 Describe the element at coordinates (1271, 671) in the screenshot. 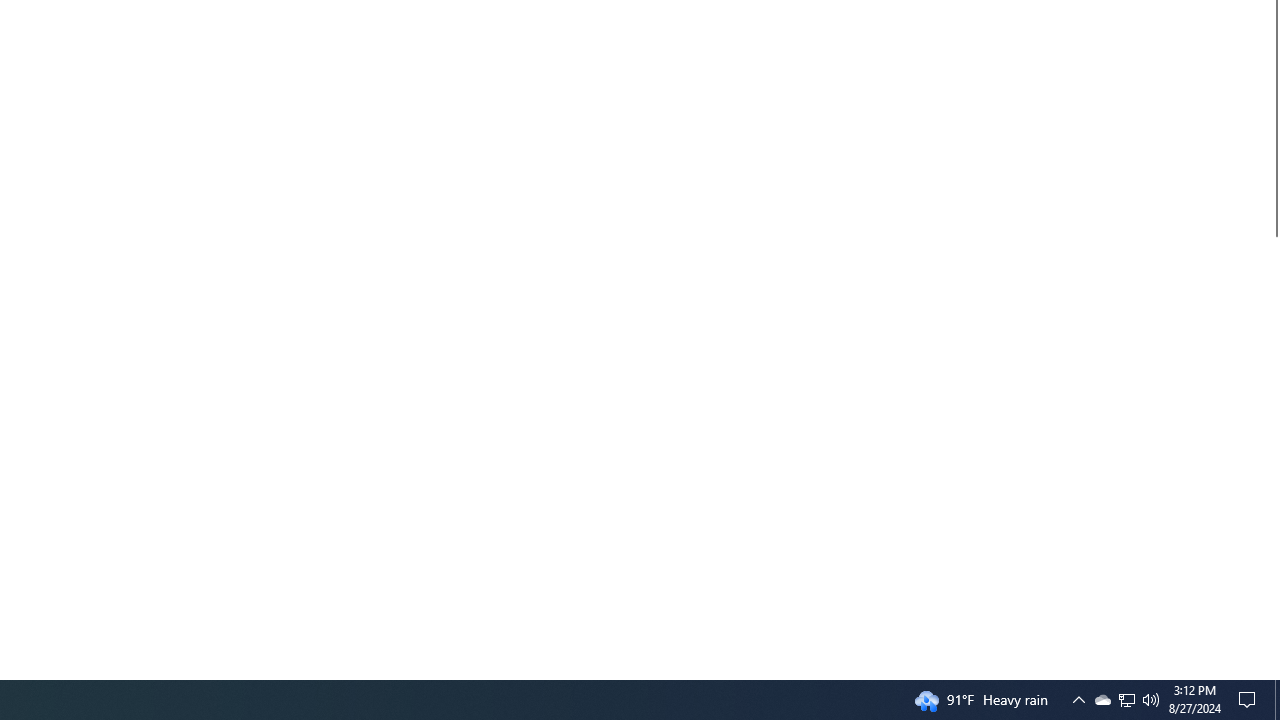

I see `'Vertical Small Increase'` at that location.